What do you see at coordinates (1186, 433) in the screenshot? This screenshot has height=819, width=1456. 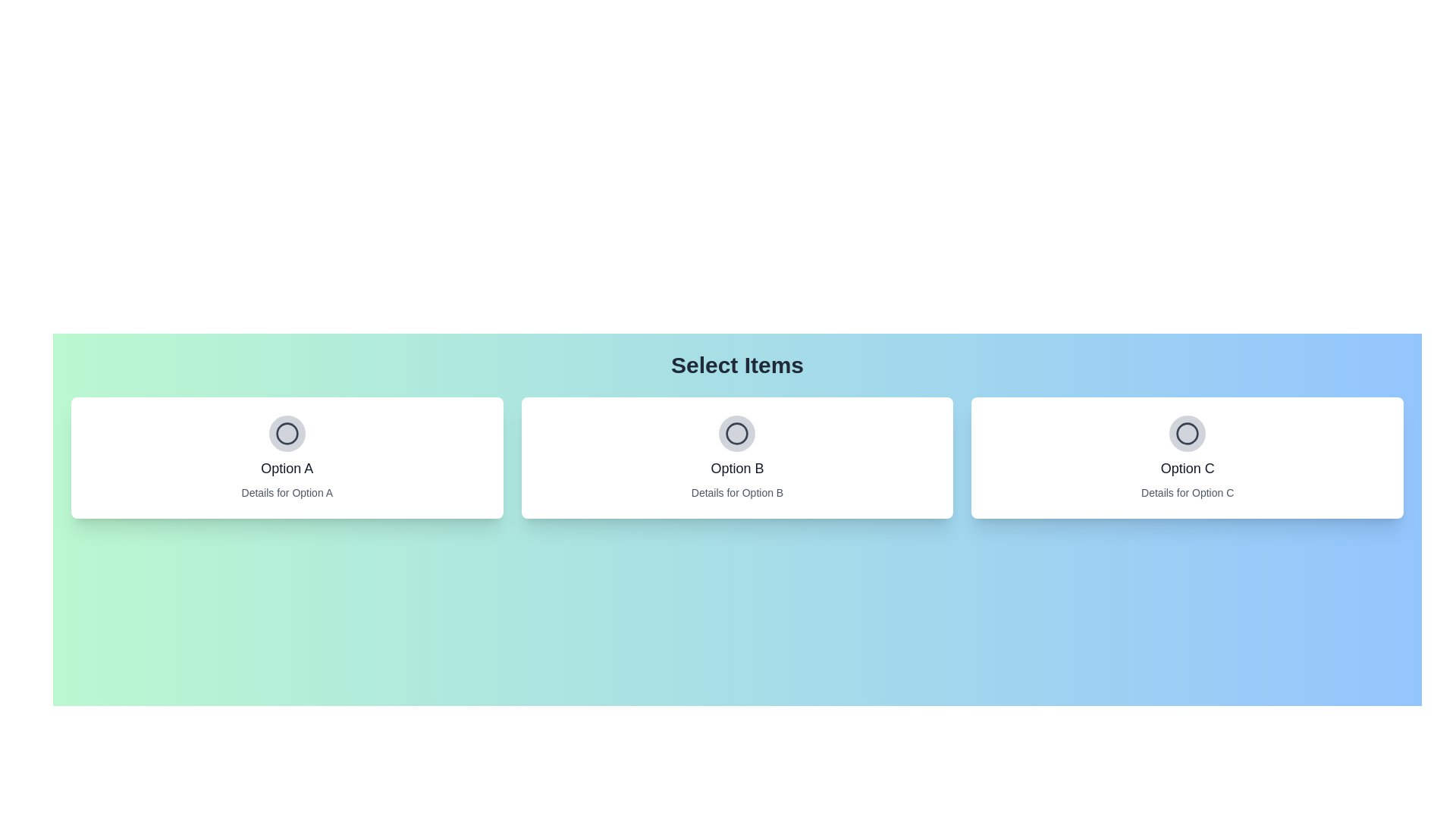 I see `the item identified by Option C` at bounding box center [1186, 433].